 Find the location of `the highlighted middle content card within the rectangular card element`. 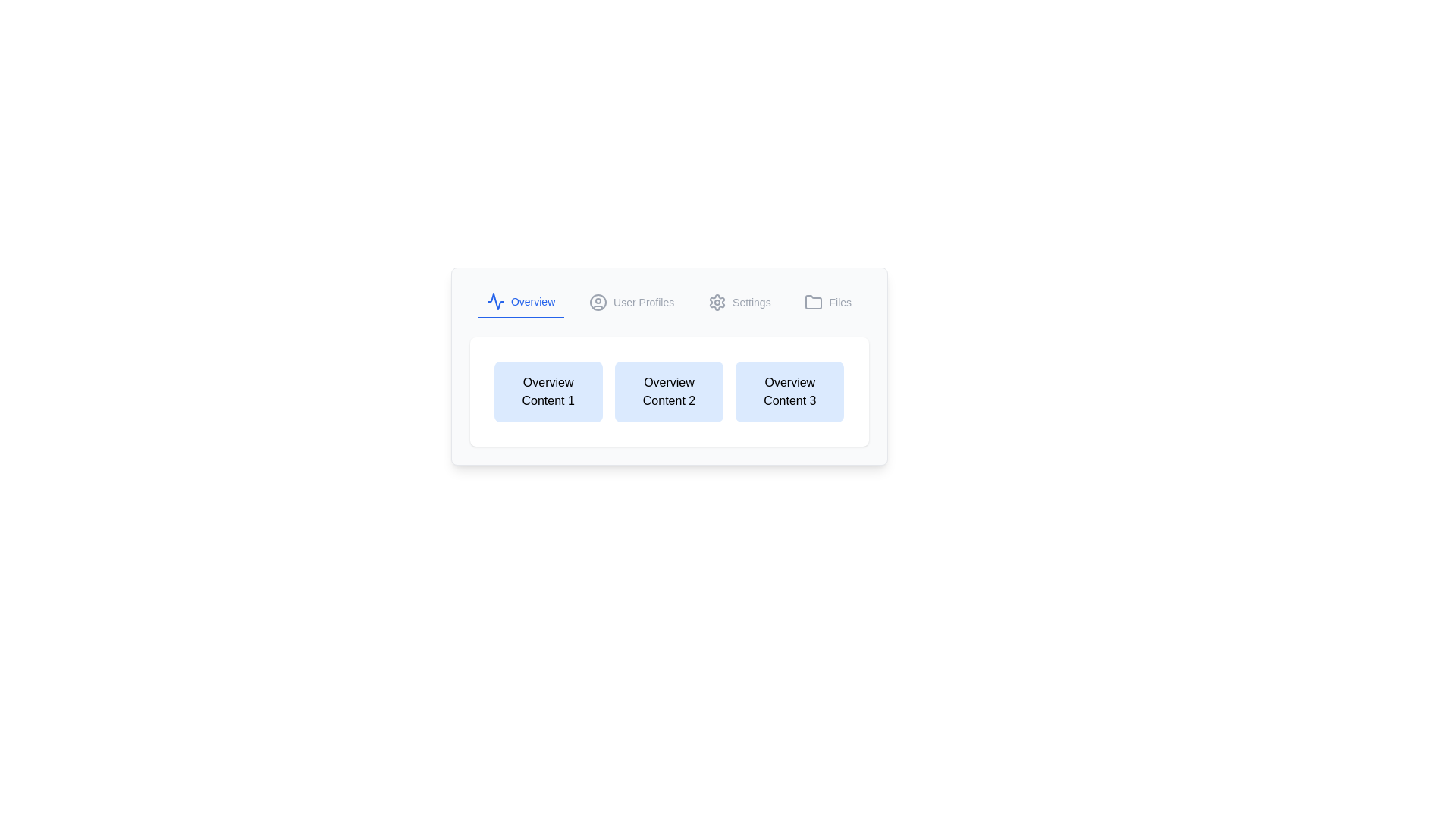

the highlighted middle content card within the rectangular card element is located at coordinates (668, 366).